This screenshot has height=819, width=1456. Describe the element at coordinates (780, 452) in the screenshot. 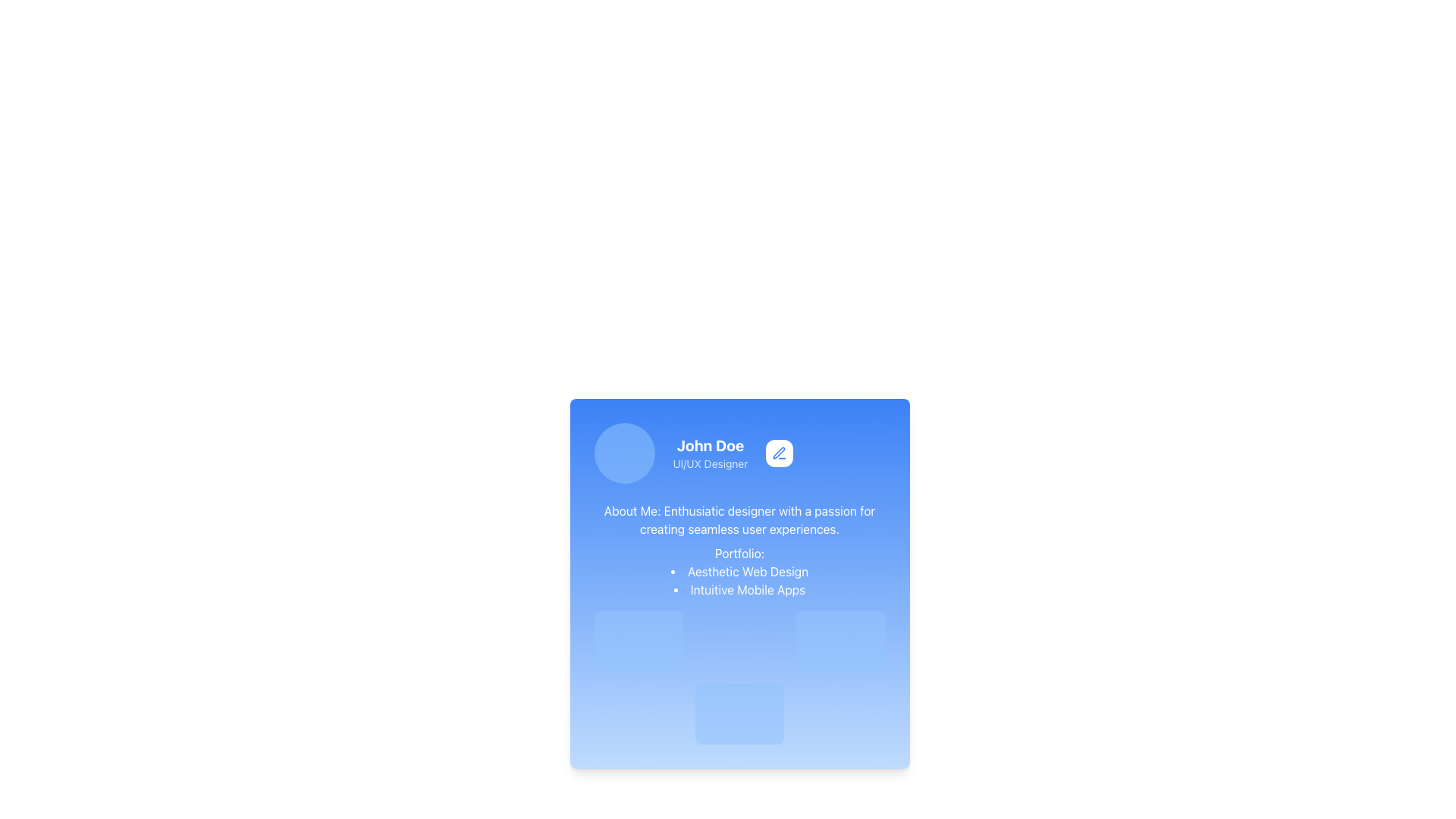

I see `the blue-line pen icon located in the top-right corner of the profile card to initiate an edit action` at that location.